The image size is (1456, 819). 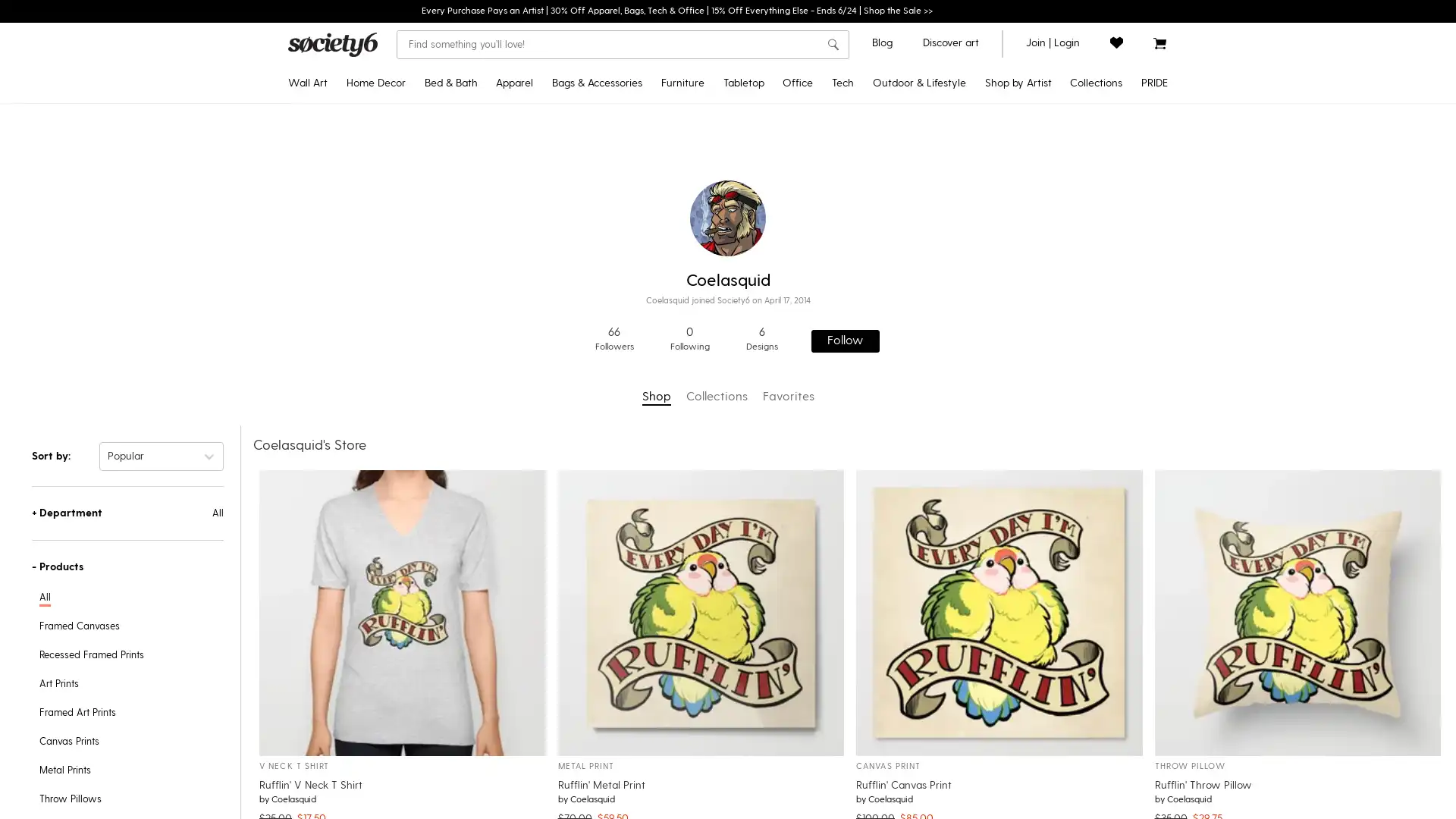 I want to click on Popular Wall Art, so click(x=1040, y=219).